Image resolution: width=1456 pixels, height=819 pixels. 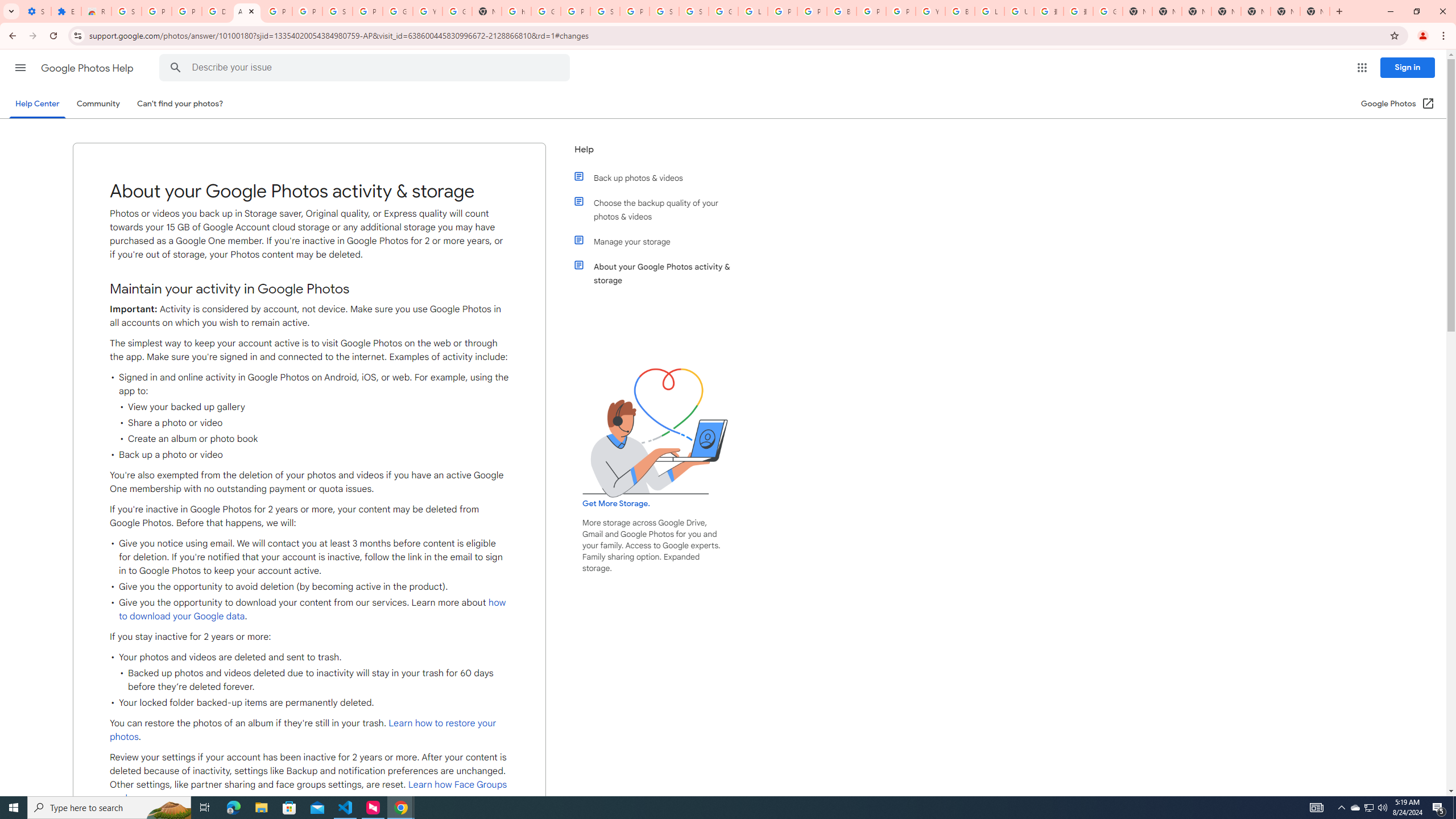 What do you see at coordinates (19, 67) in the screenshot?
I see `'Main menu'` at bounding box center [19, 67].